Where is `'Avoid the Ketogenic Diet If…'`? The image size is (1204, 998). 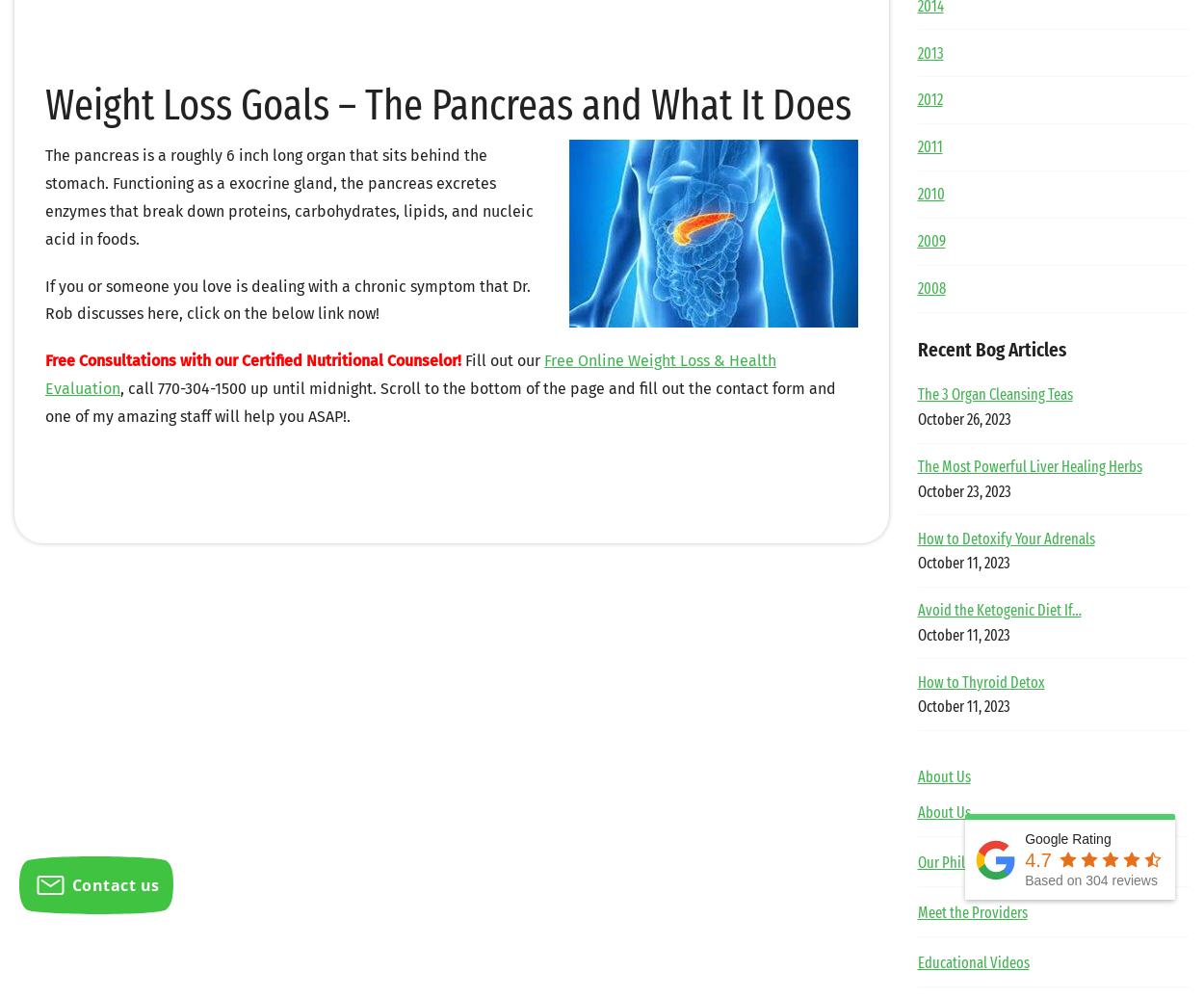
'Avoid the Ketogenic Diet If…' is located at coordinates (999, 609).